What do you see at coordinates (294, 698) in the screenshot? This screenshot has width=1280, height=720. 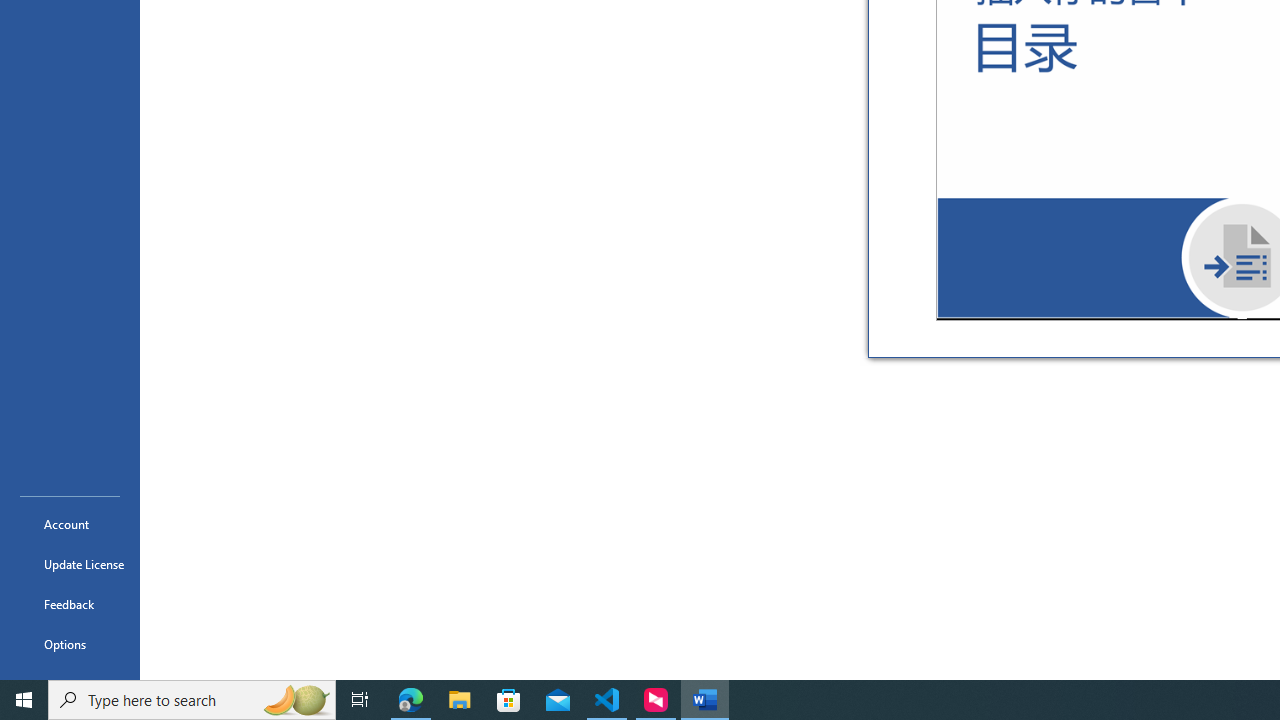 I see `'Search highlights icon opens search home window'` at bounding box center [294, 698].